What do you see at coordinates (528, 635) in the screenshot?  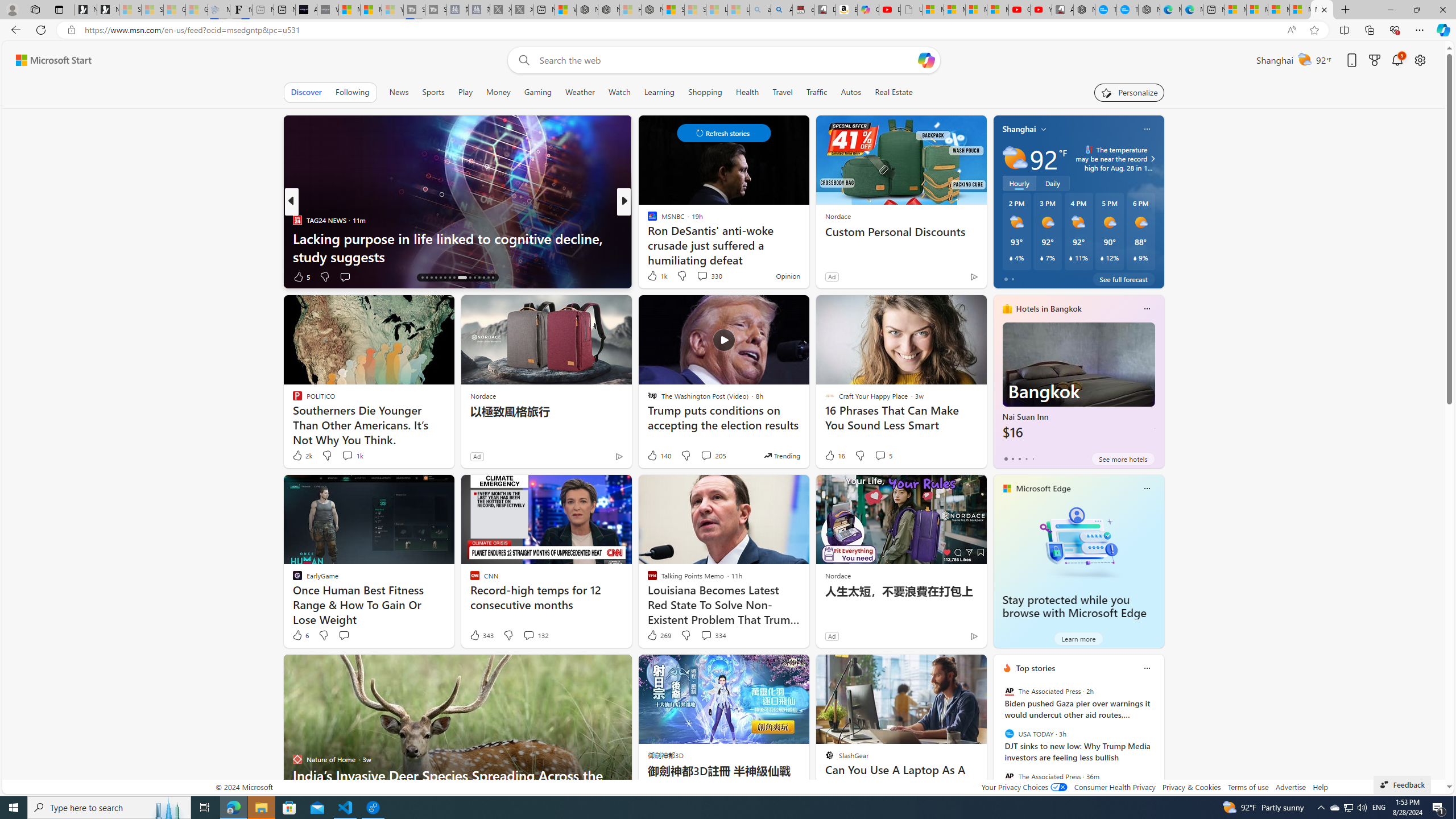 I see `'View comments 132 Comment'` at bounding box center [528, 635].